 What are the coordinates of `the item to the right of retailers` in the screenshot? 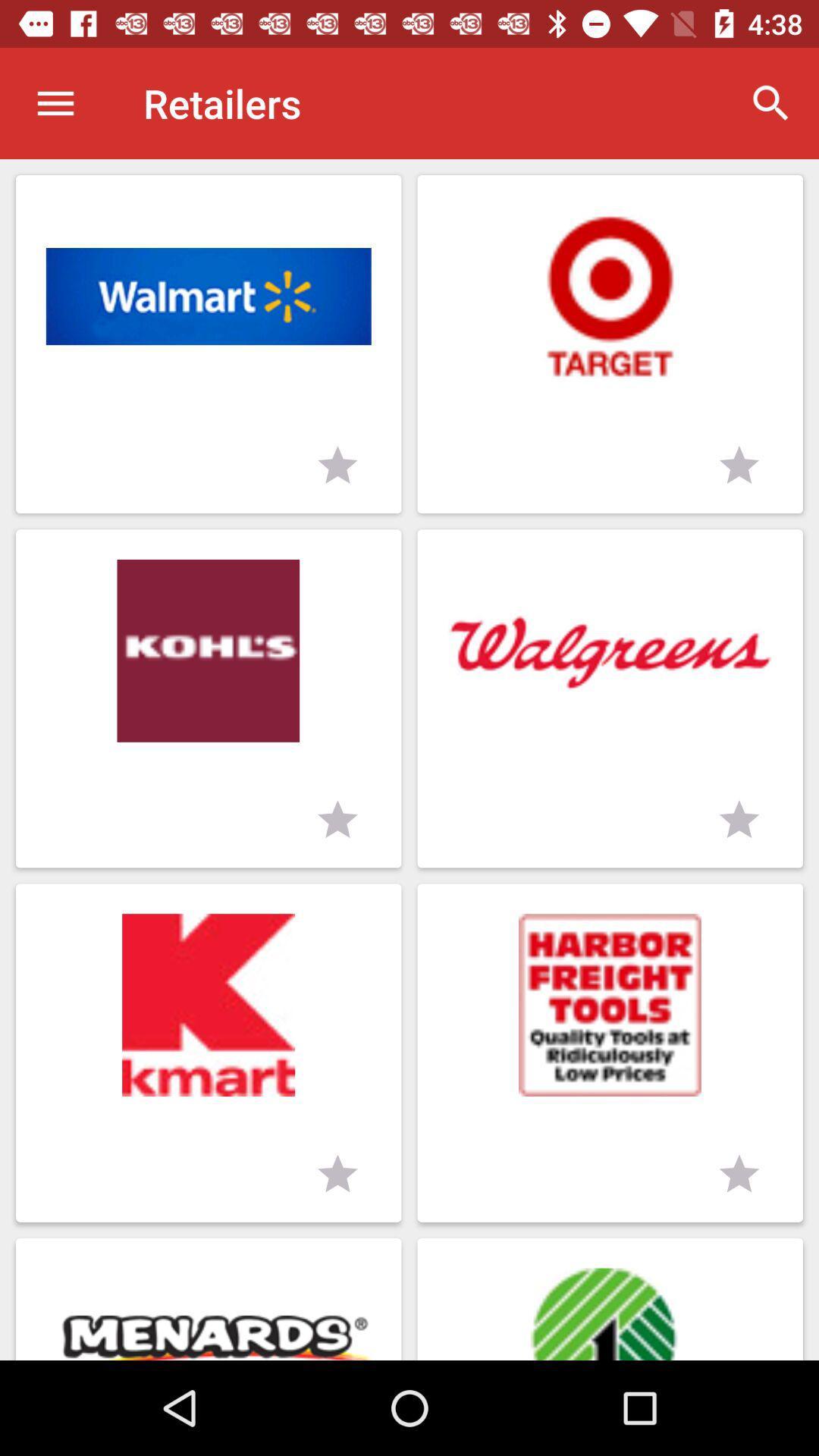 It's located at (771, 102).